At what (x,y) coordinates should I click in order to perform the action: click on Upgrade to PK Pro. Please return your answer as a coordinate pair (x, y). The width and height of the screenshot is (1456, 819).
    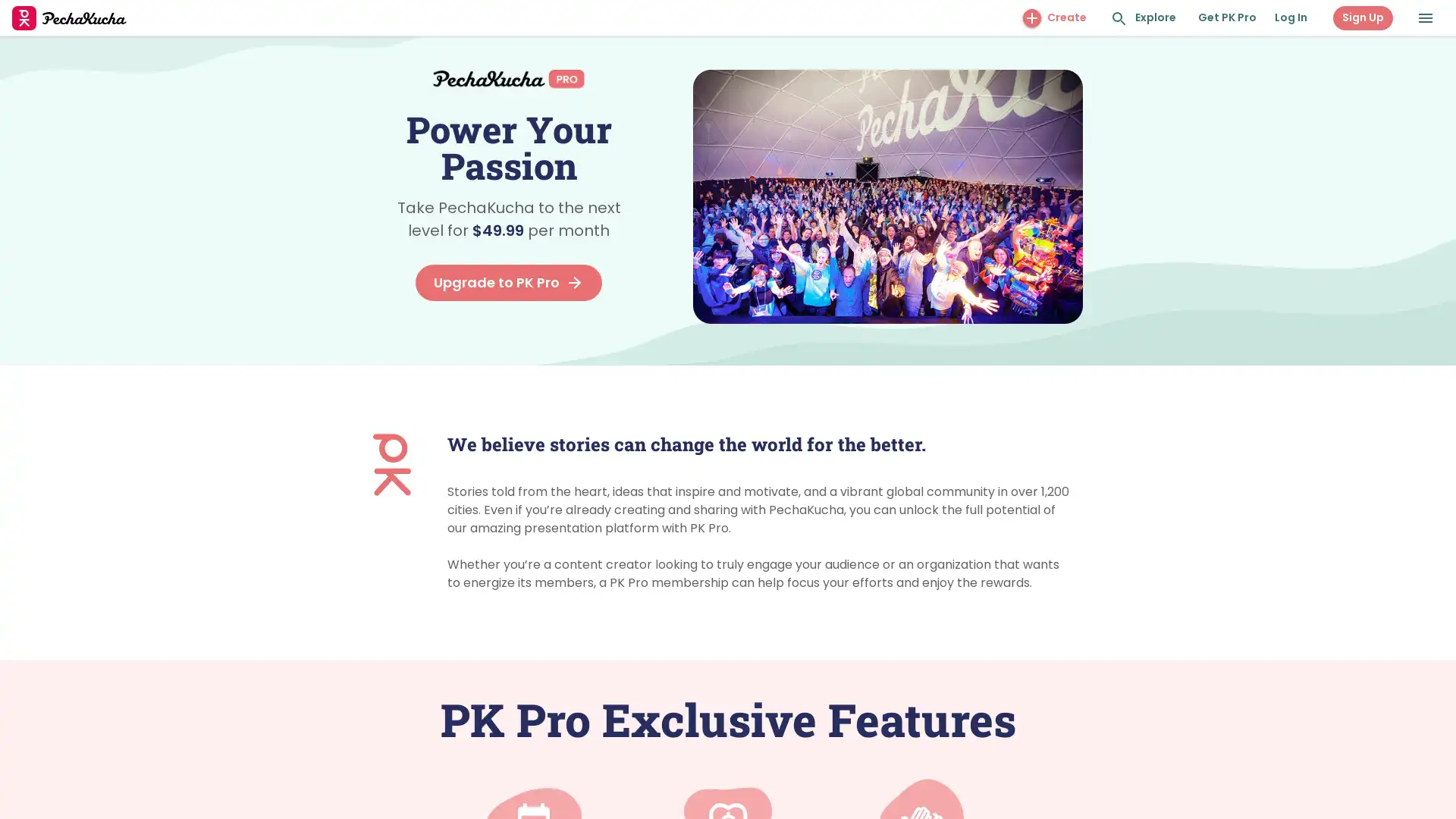
    Looking at the image, I should click on (509, 283).